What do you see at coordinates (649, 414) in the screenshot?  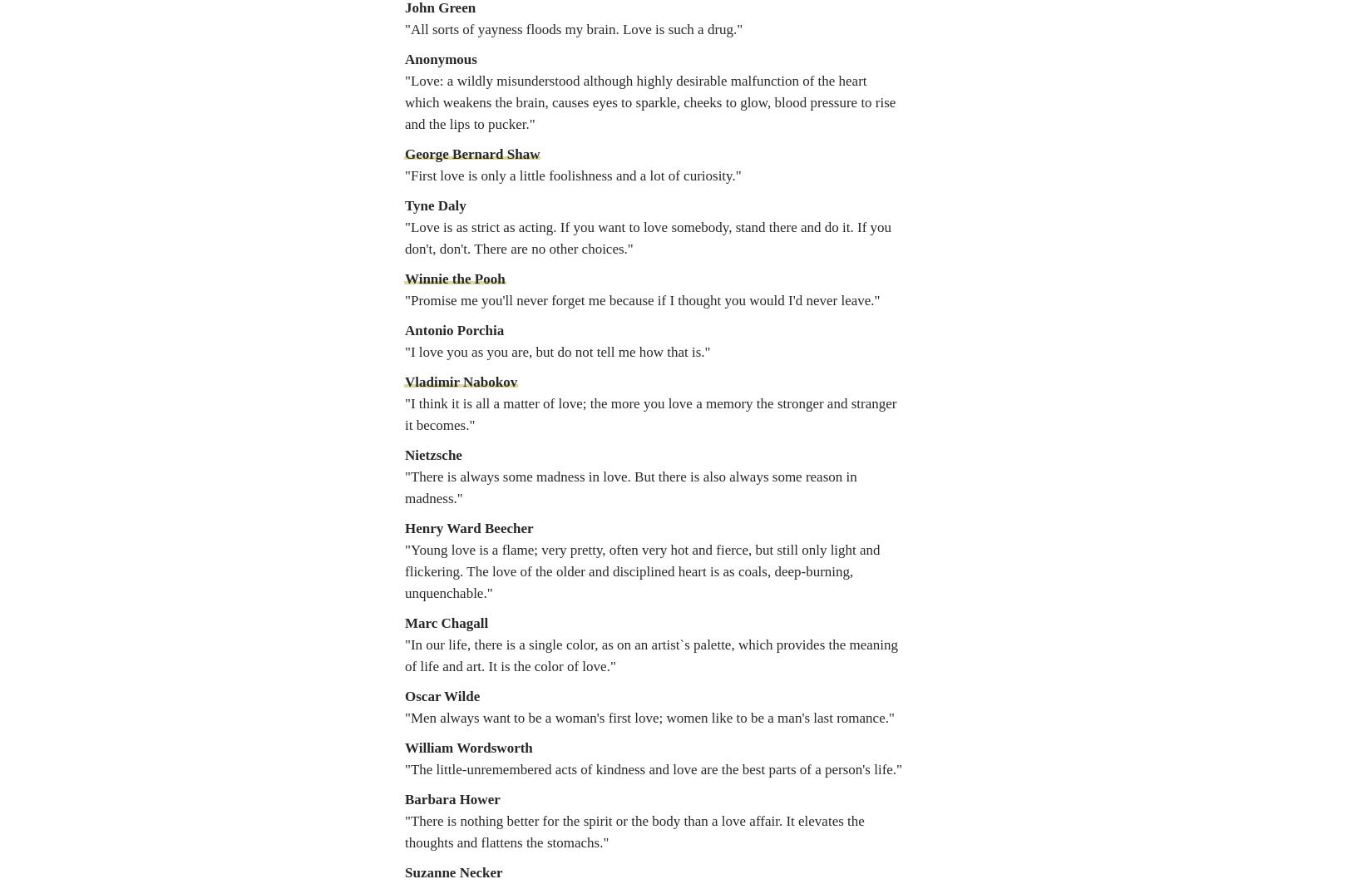 I see `'"I think it is all a matter of love; the more you love a memory the stronger and stranger it becomes."'` at bounding box center [649, 414].